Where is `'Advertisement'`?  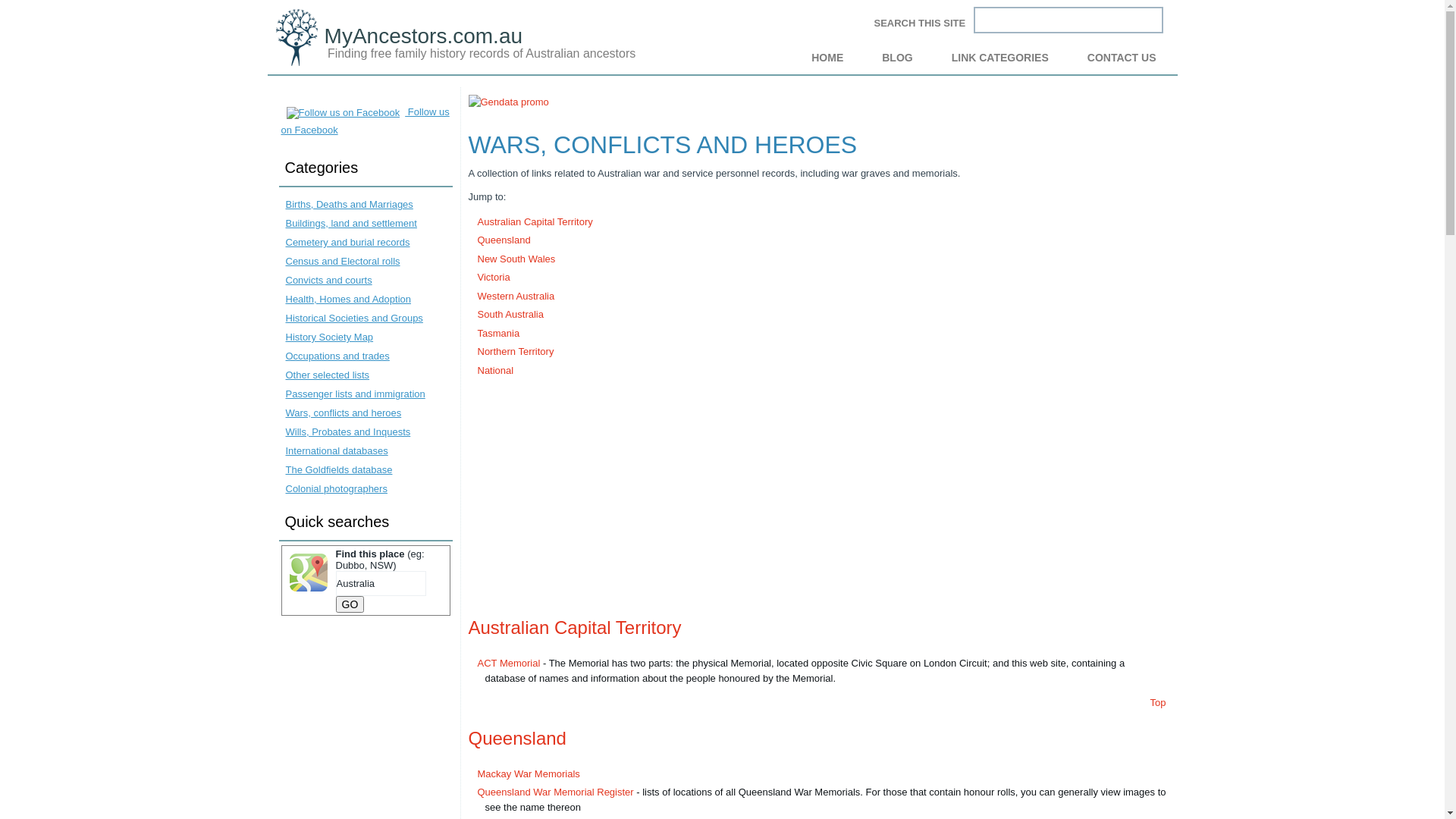
'Advertisement' is located at coordinates (817, 494).